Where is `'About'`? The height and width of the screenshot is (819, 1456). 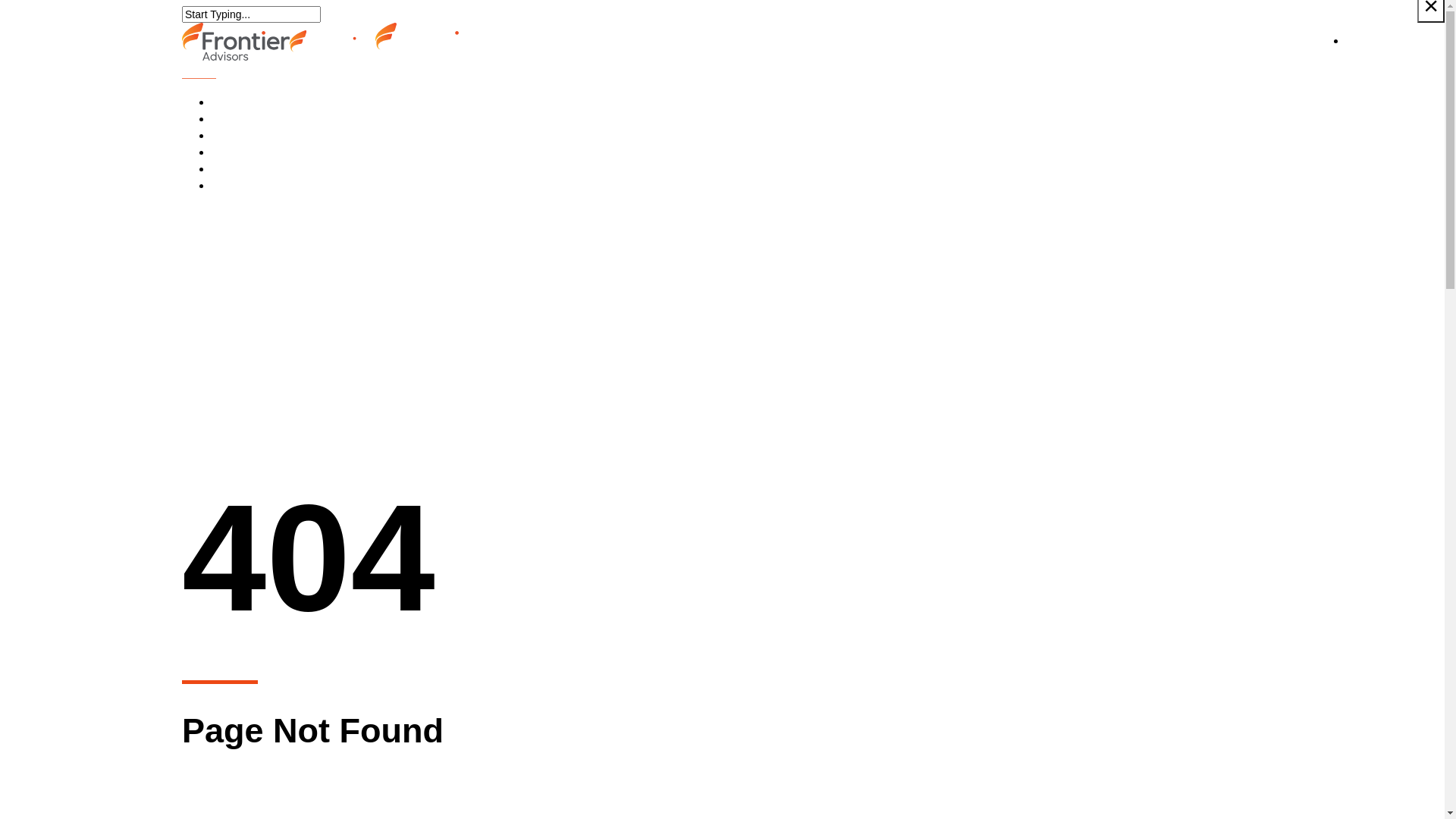 'About' is located at coordinates (245, 185).